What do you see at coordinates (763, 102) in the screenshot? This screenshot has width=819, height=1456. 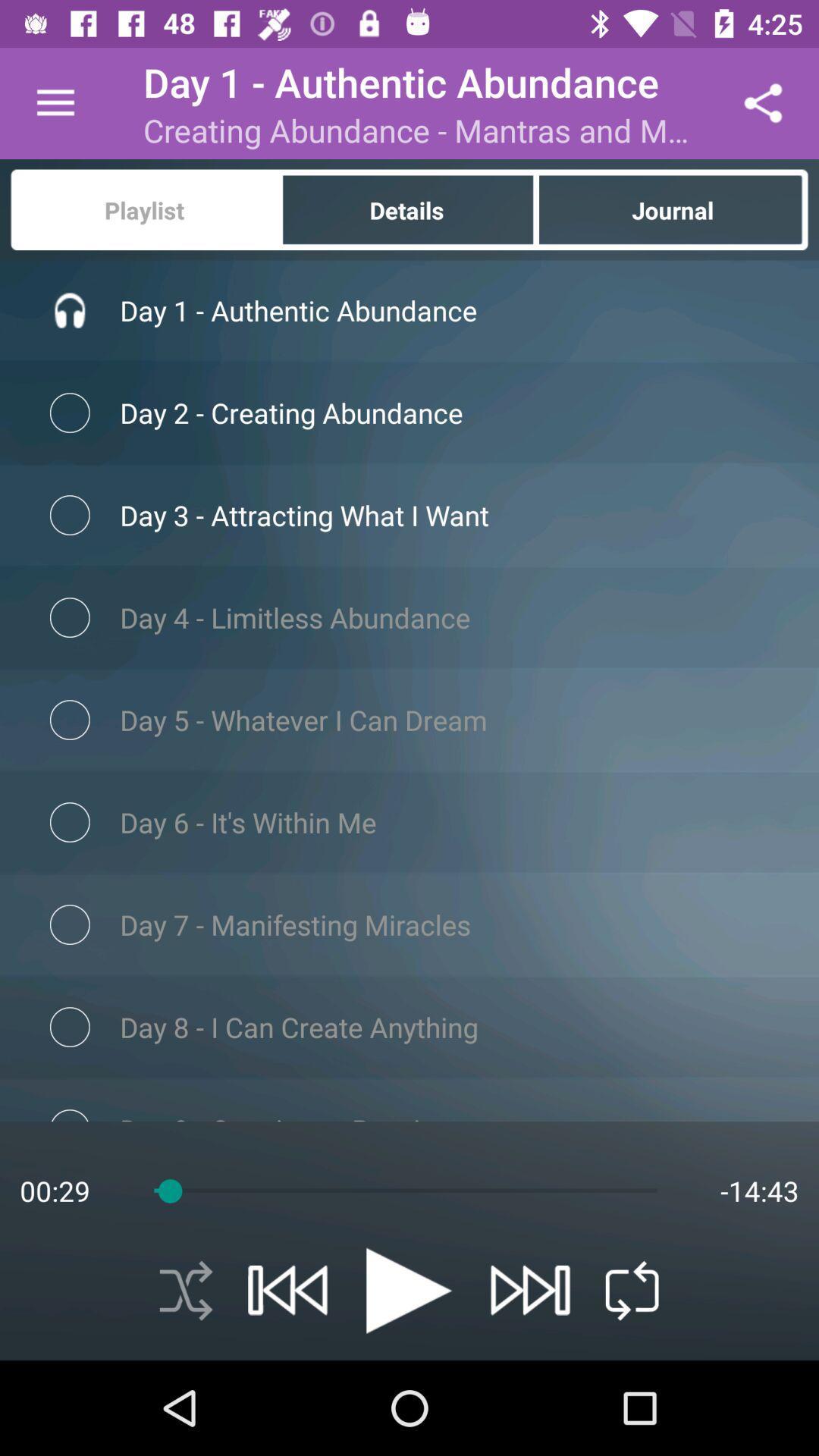 I see `icon to the right of creating abundance mantras` at bounding box center [763, 102].